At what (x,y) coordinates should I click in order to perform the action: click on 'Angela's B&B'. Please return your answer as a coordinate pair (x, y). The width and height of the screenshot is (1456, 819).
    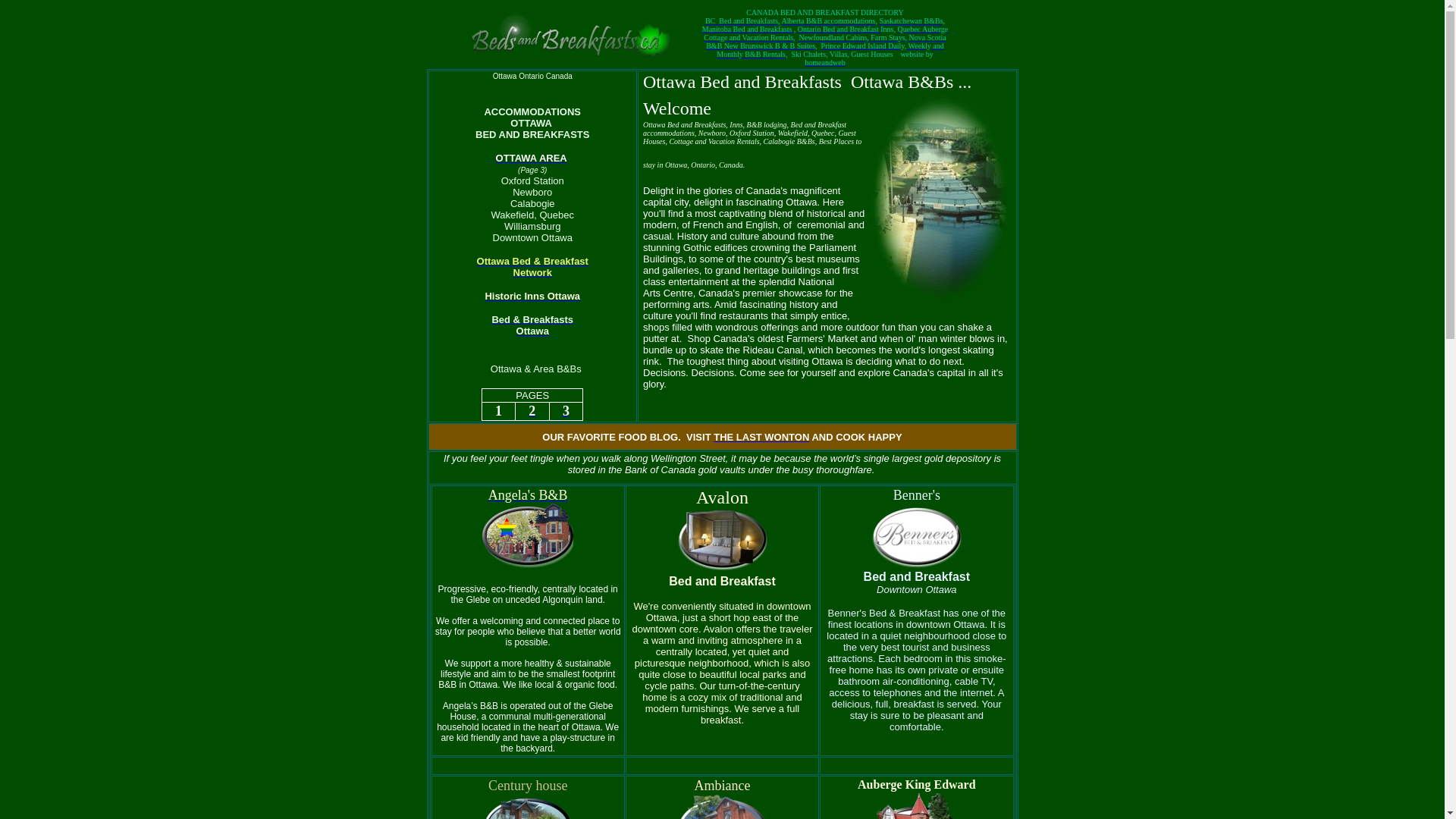
    Looking at the image, I should click on (481, 529).